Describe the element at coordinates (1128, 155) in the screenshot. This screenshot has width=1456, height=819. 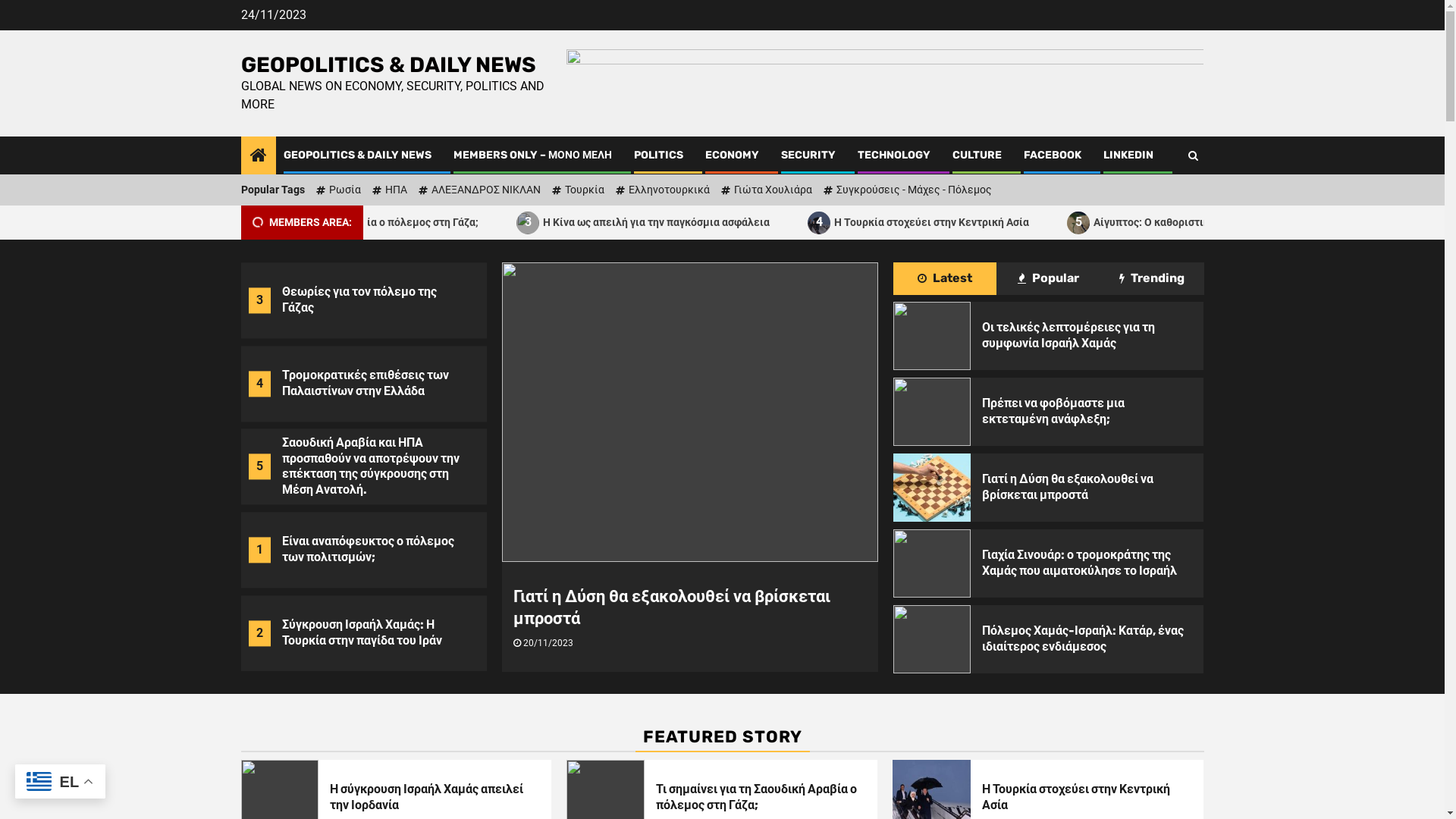
I see `'LINKEDIN'` at that location.